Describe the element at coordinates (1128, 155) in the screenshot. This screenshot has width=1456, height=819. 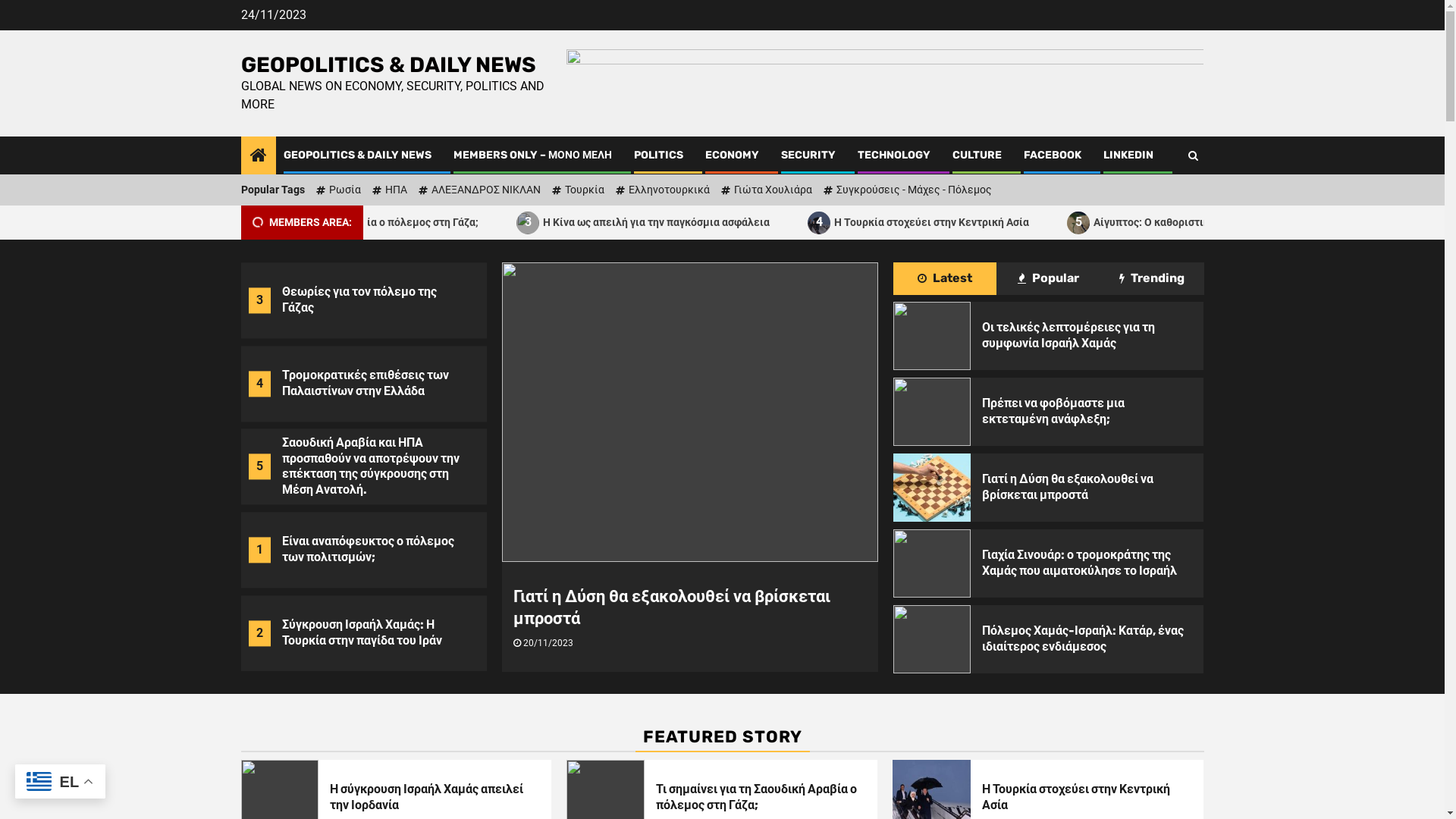
I see `'LINKEDIN'` at that location.